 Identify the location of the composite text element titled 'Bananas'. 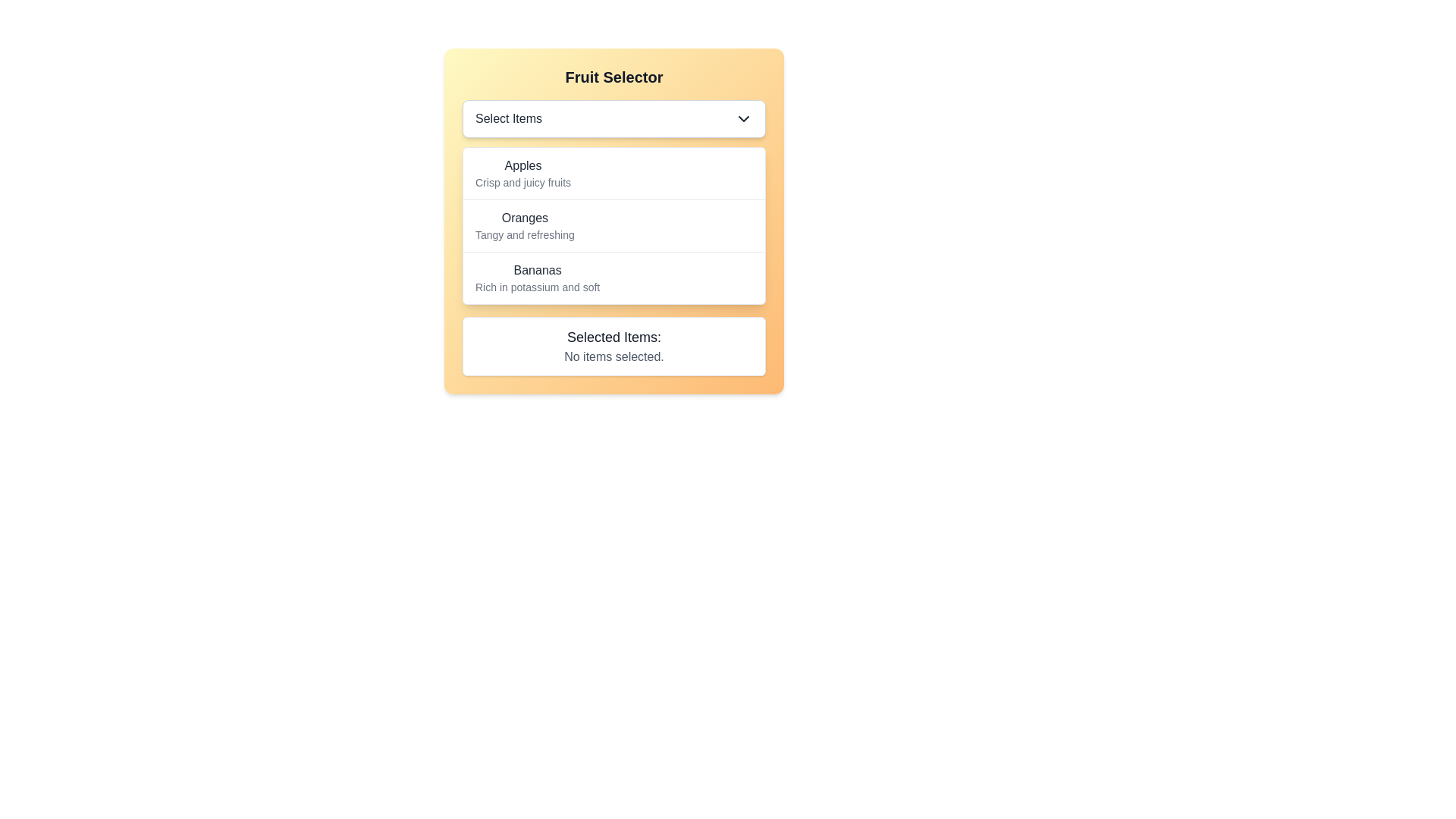
(538, 278).